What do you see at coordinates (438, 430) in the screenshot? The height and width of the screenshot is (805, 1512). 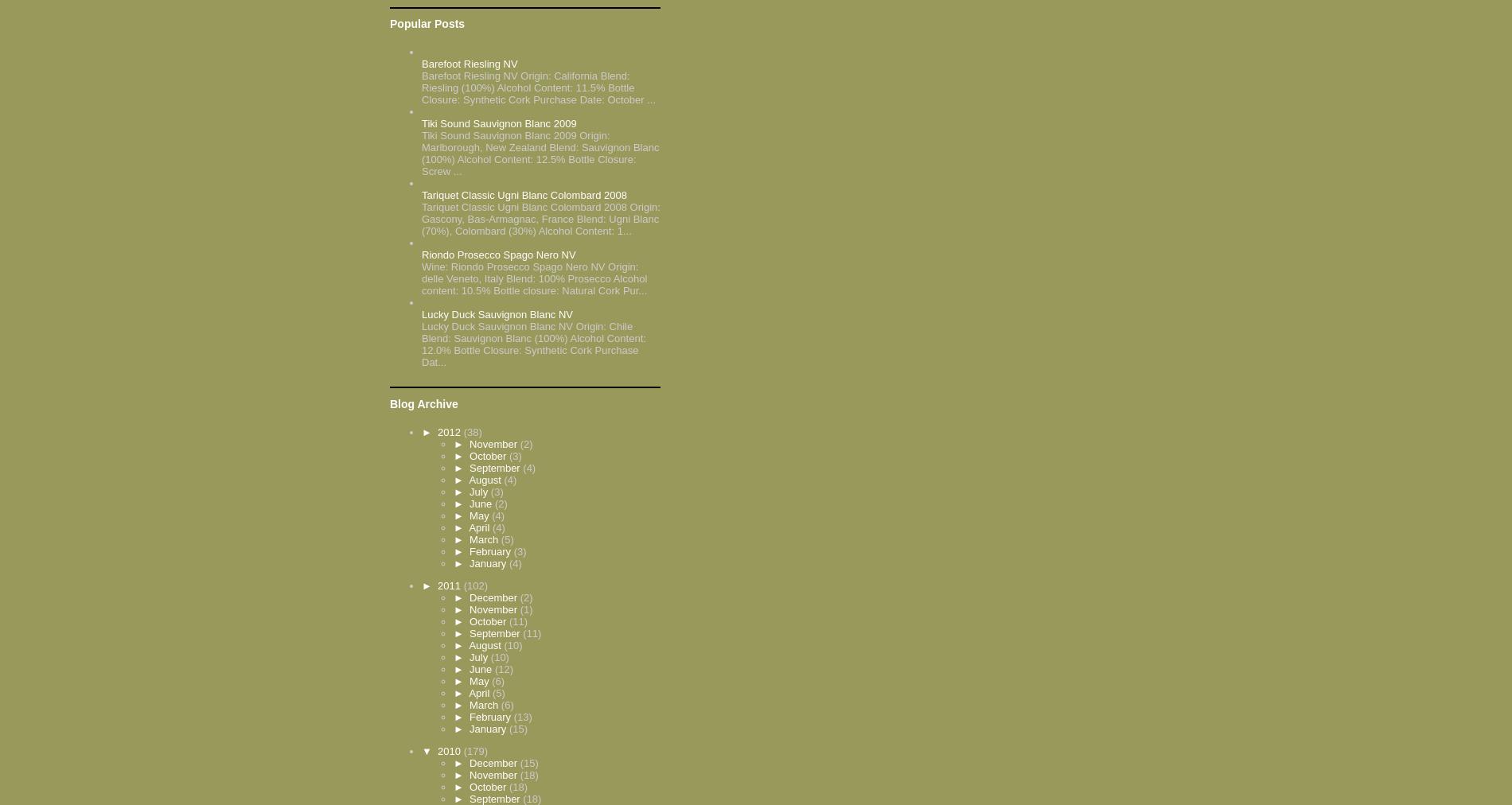 I see `'2012'` at bounding box center [438, 430].